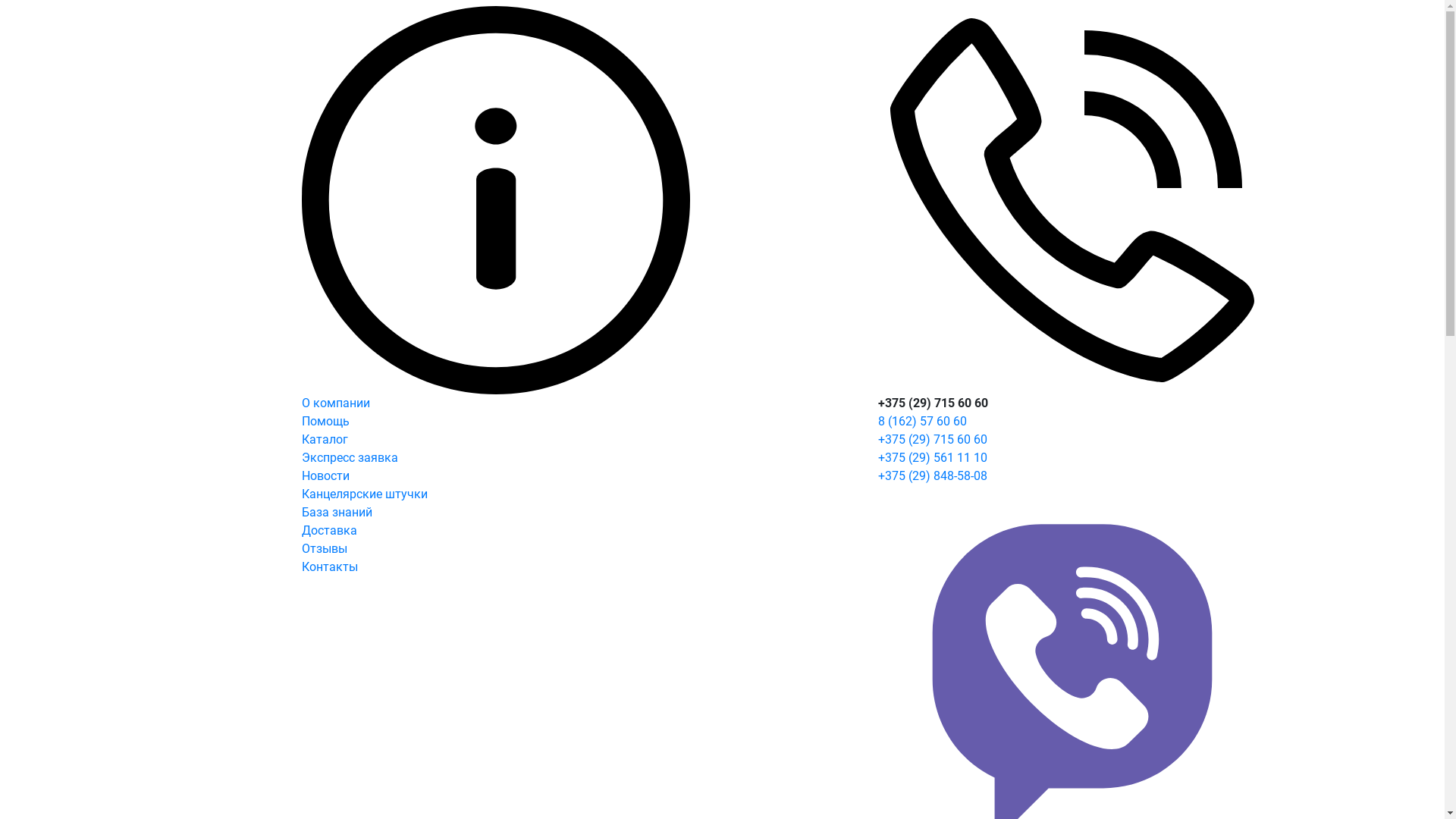  I want to click on '+375 (29) 848-58-08', so click(877, 475).